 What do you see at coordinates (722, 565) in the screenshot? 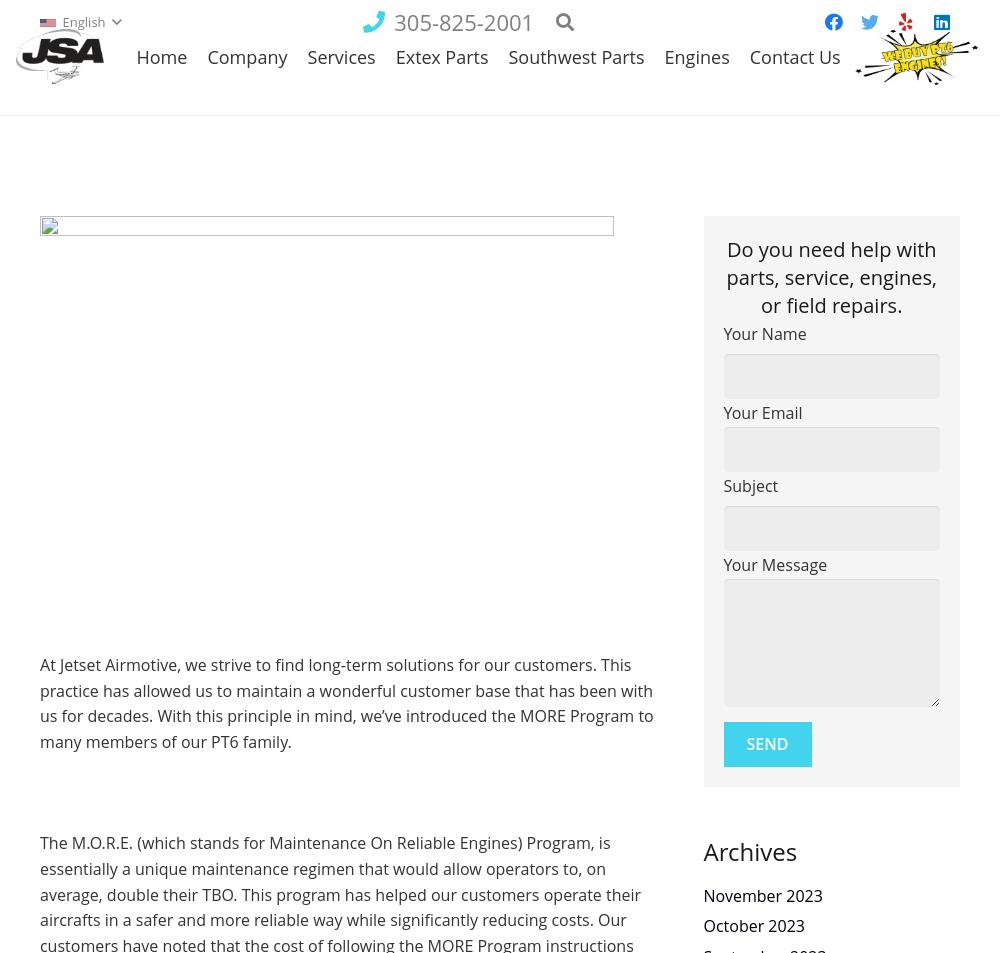
I see `'Your Message'` at bounding box center [722, 565].